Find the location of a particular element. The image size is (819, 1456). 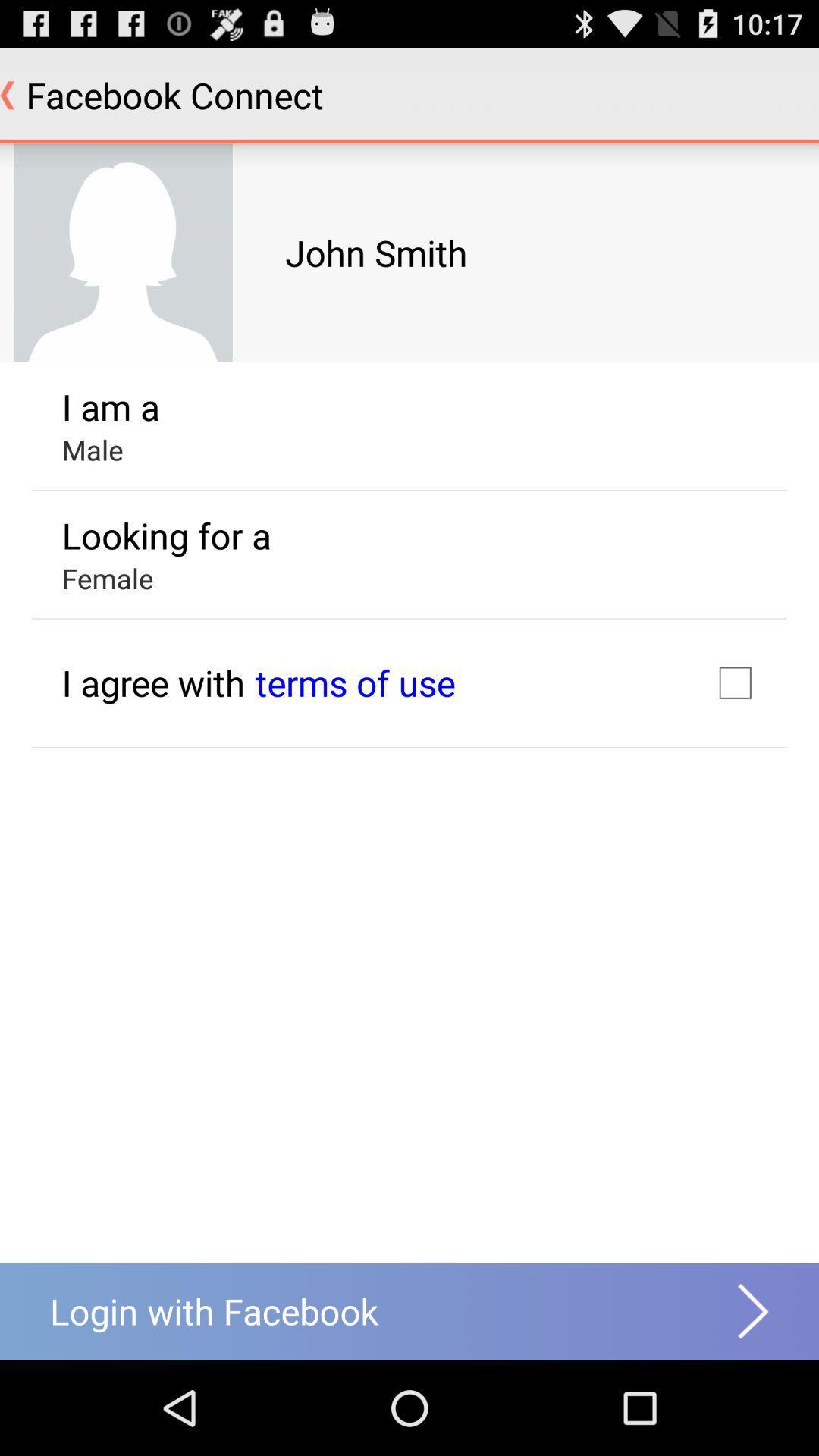

male is located at coordinates (93, 449).